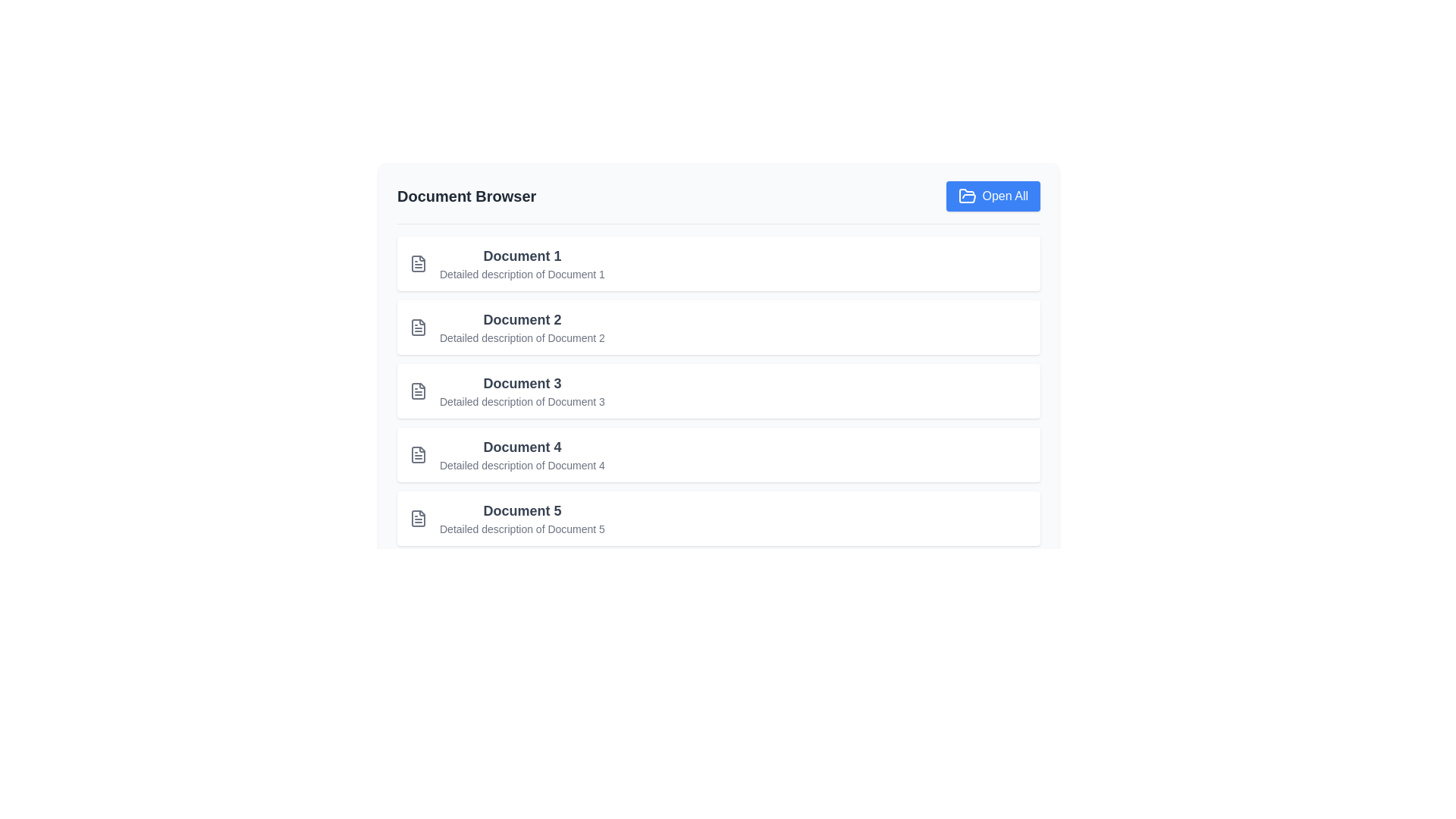 This screenshot has width=1456, height=819. I want to click on the textual display element titled 'Document 2' with a detailed description below it, which is positioned below 'Document 1' in a list of documents, so click(522, 327).